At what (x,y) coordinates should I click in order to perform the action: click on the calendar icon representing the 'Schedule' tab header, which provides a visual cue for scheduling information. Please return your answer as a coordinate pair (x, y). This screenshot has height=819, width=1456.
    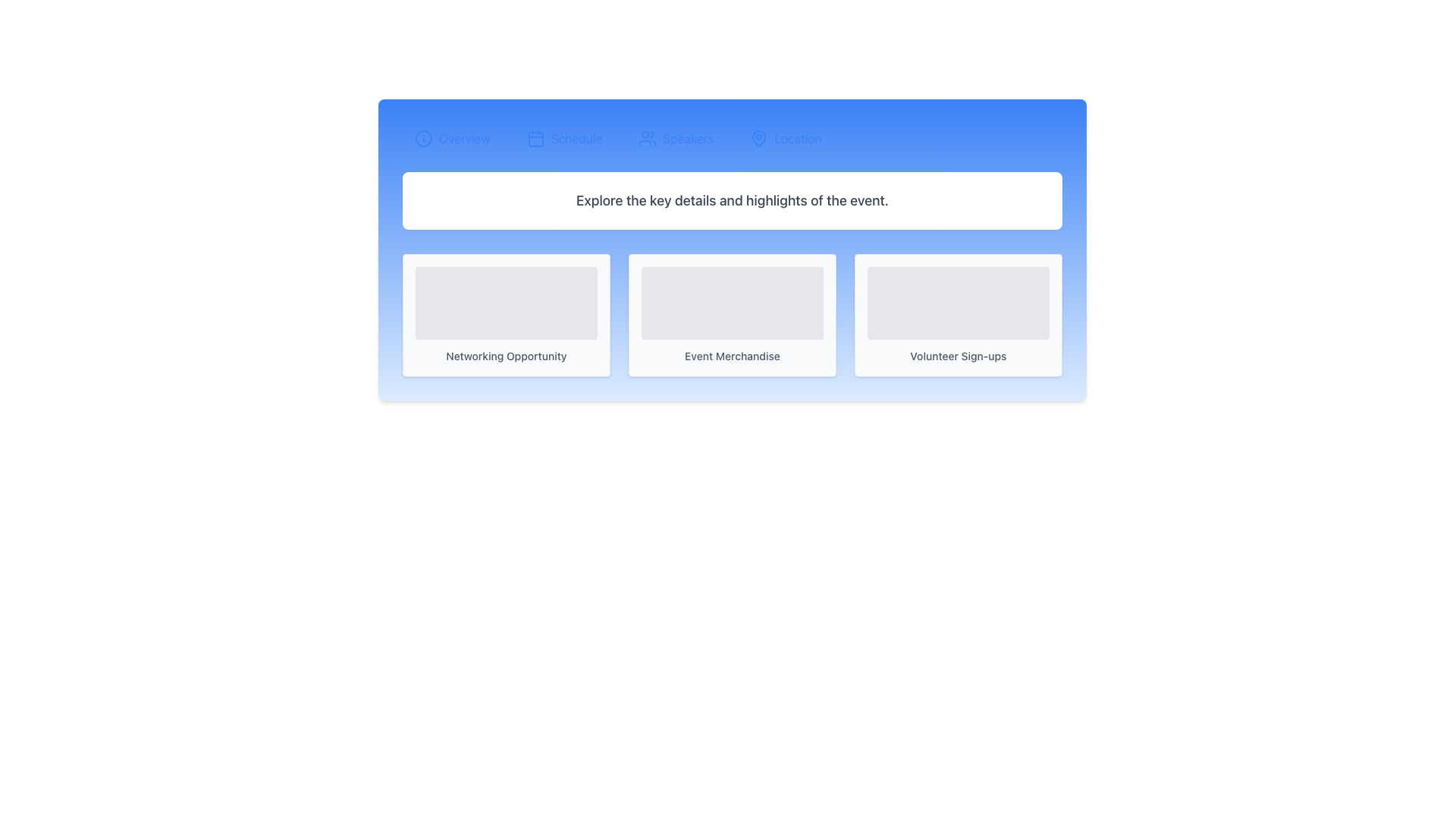
    Looking at the image, I should click on (535, 138).